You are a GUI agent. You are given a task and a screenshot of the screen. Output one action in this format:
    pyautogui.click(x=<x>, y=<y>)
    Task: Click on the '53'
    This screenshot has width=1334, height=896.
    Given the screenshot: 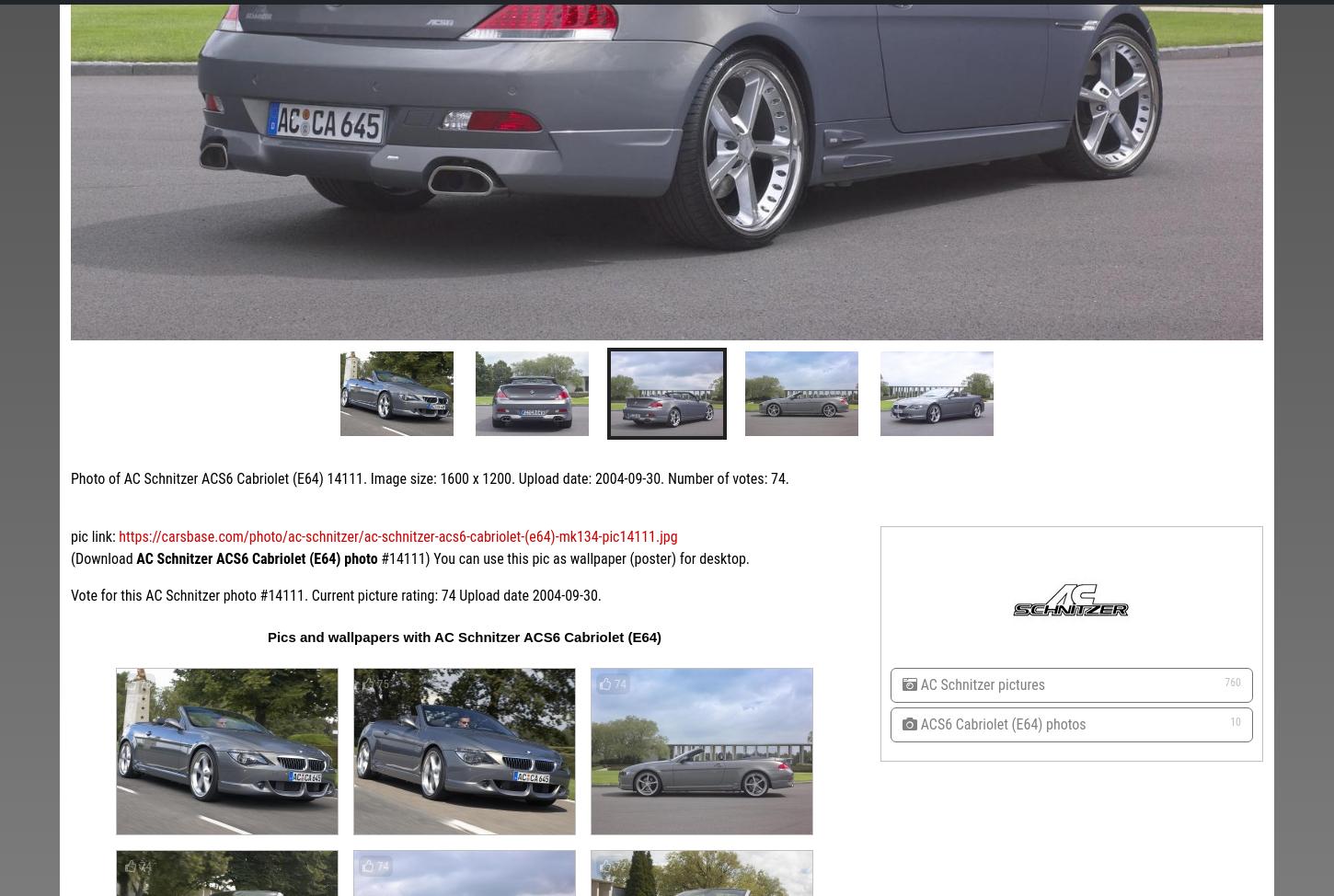 What is the action you would take?
    pyautogui.click(x=698, y=456)
    